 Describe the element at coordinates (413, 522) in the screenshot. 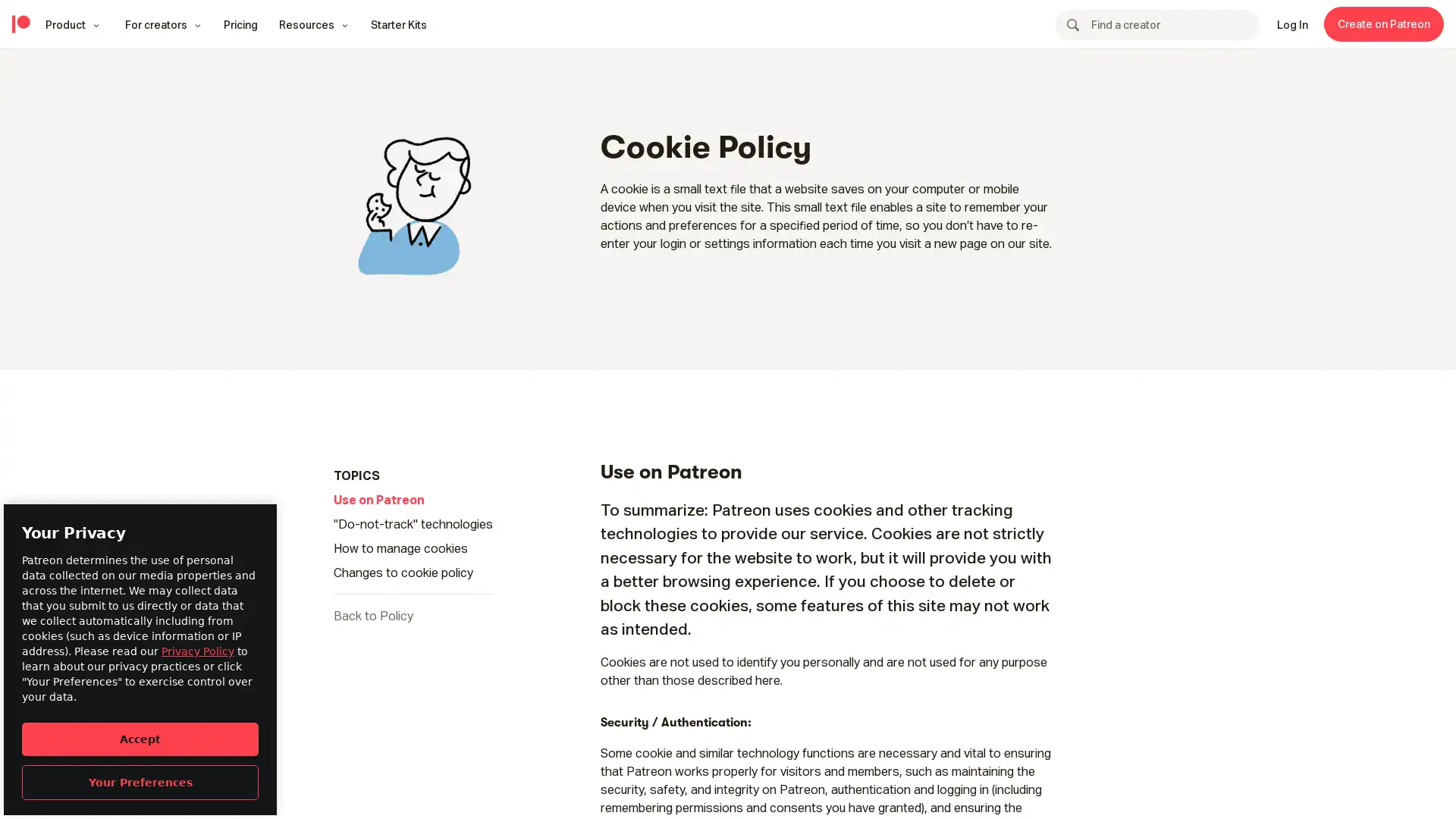

I see `"Do-not-track" technologies` at that location.